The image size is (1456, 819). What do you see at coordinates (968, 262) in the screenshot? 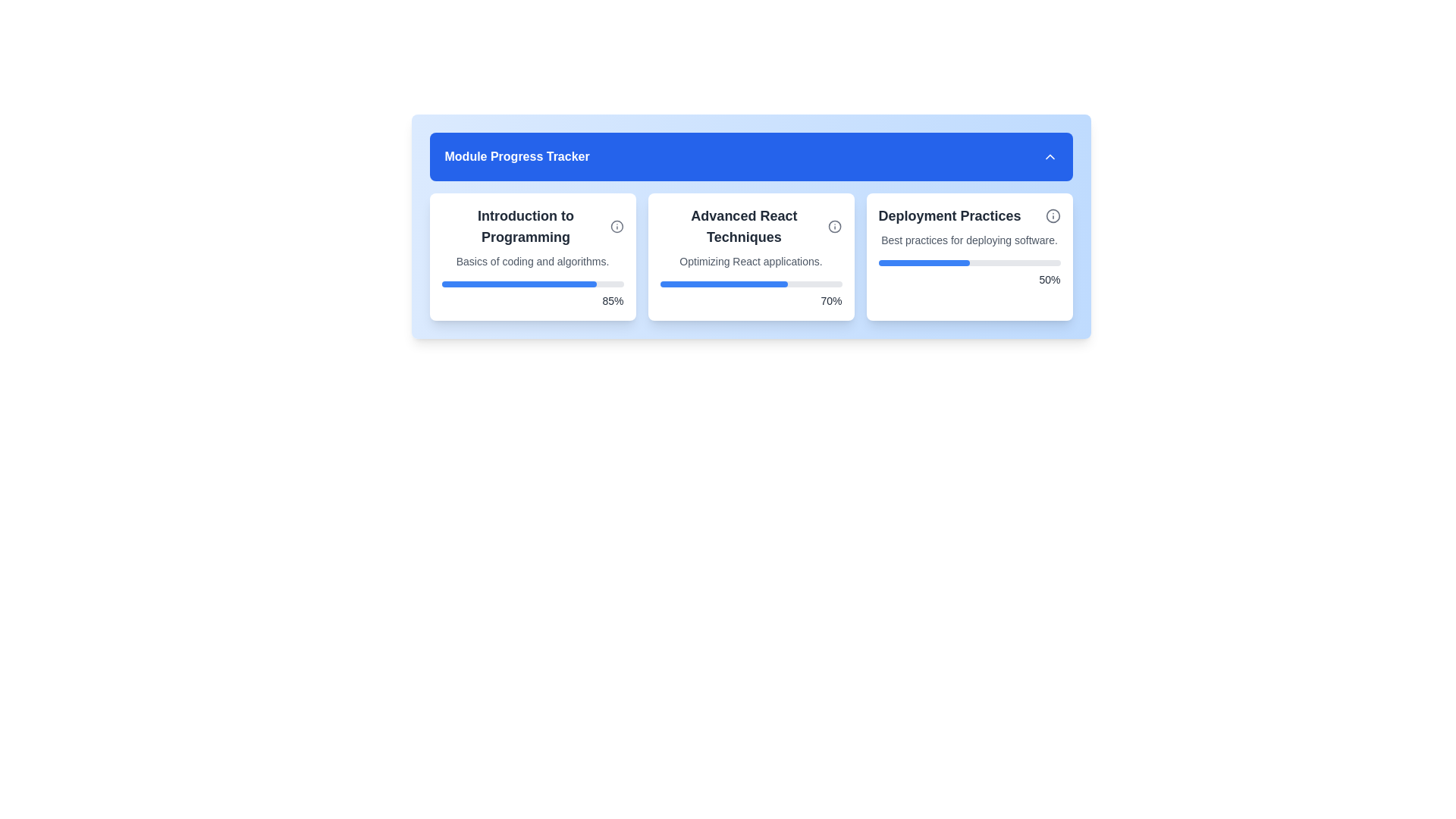
I see `the progress bar that indicates 50% completion for 'Deployment Practices', located below the text 'Best practices for deploying software'` at bounding box center [968, 262].